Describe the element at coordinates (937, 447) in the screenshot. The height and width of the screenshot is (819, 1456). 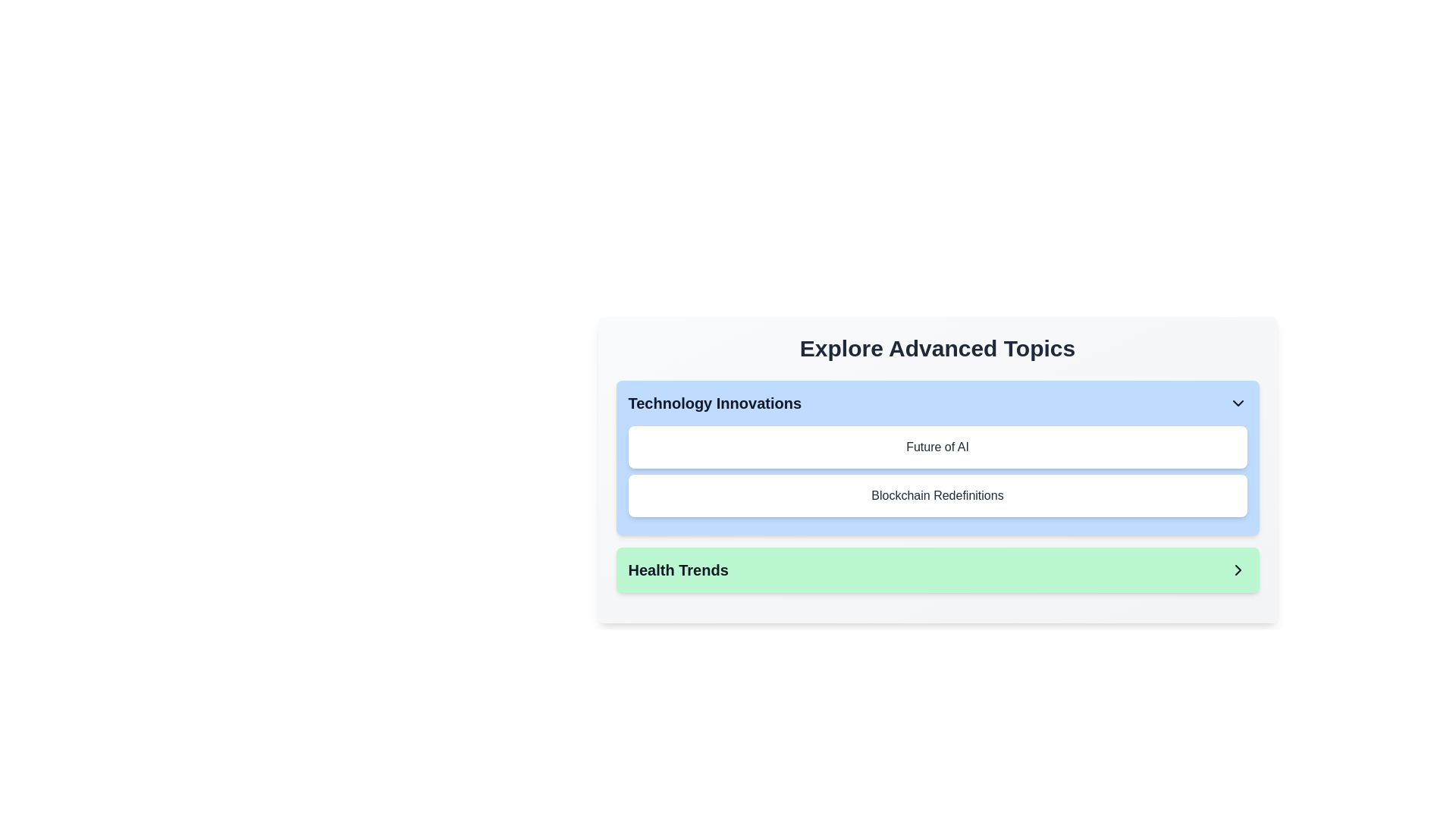
I see `the 'Future of AI' card, which is a rectangular clickable card with a white background and rounded corners, located in the 'Technology Innovations' section` at that location.